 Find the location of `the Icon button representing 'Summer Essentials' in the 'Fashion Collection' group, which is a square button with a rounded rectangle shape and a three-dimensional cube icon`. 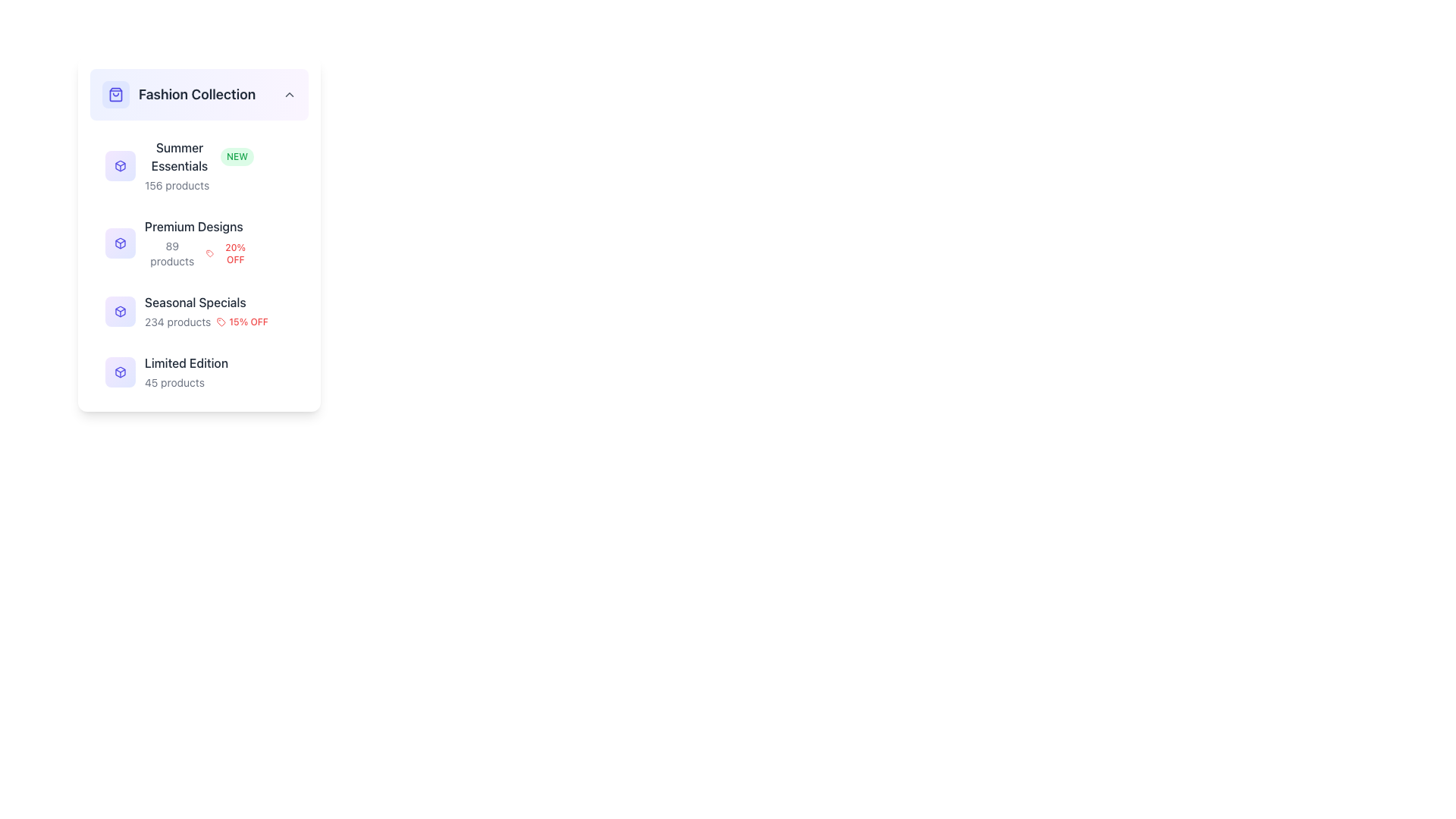

the Icon button representing 'Summer Essentials' in the 'Fashion Collection' group, which is a square button with a rounded rectangle shape and a three-dimensional cube icon is located at coordinates (119, 166).